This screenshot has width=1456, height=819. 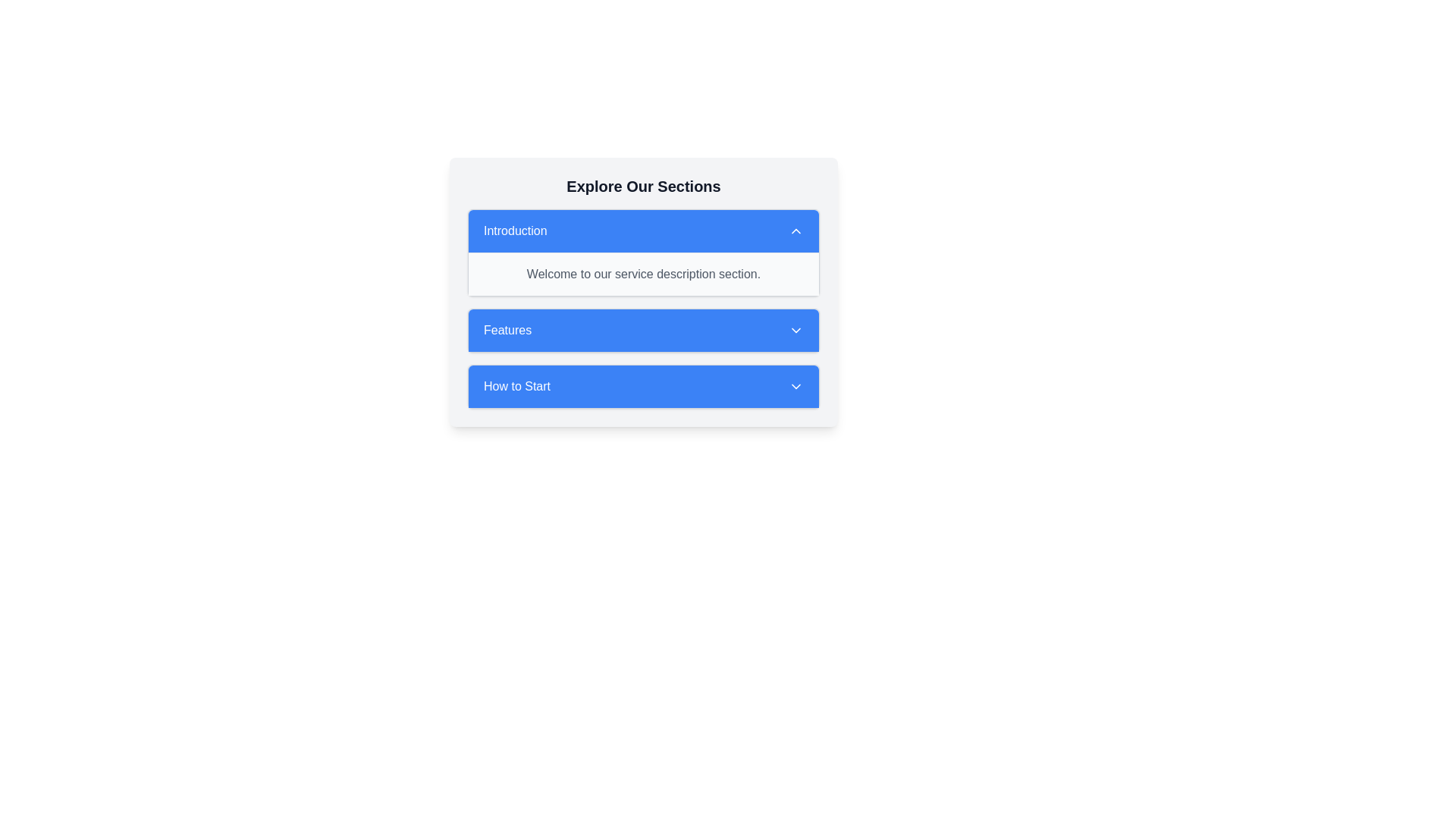 I want to click on static text label displaying the word 'Introduction' which is bold and located in the upper-left corner of the blue header bar, so click(x=515, y=231).